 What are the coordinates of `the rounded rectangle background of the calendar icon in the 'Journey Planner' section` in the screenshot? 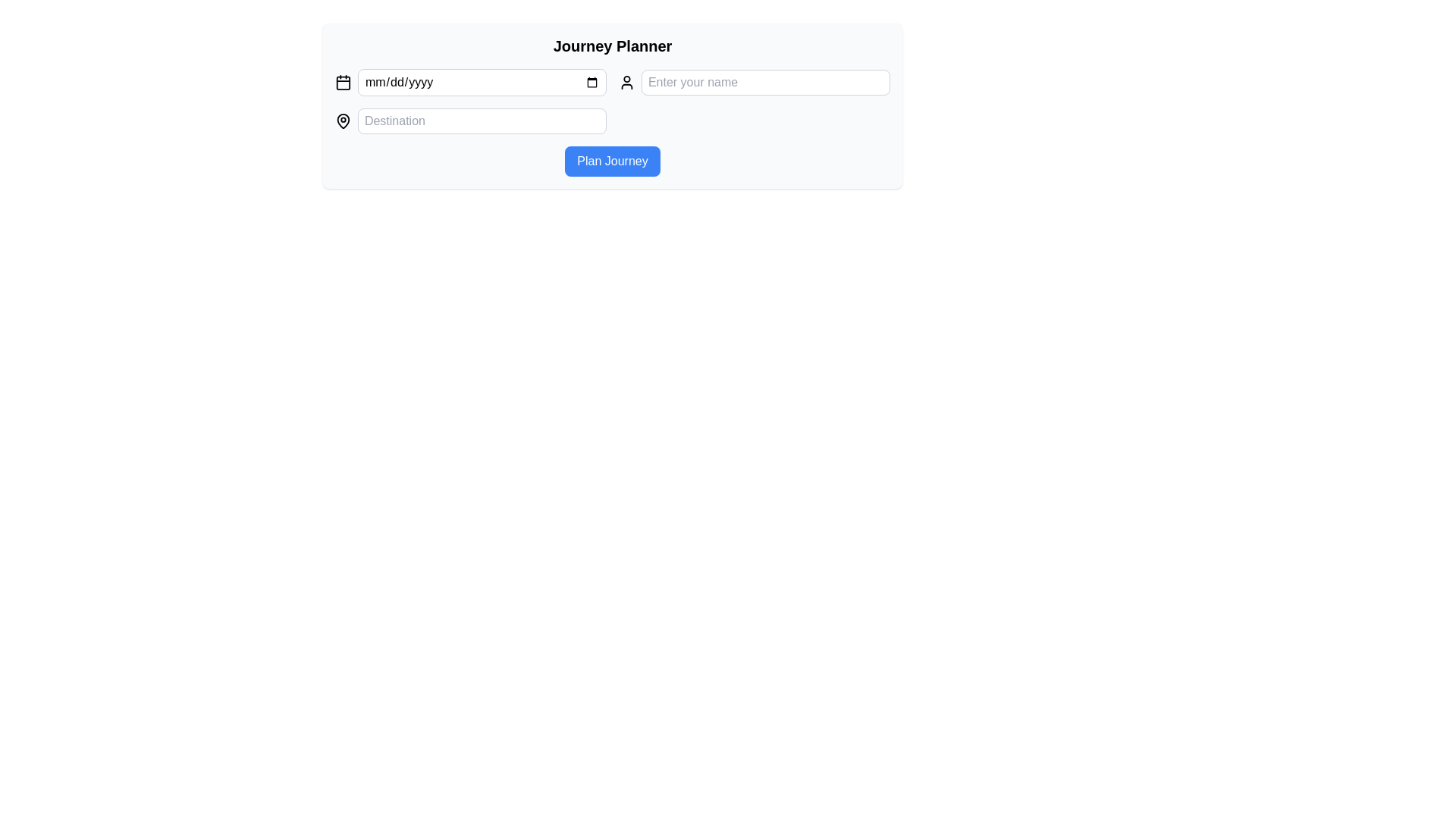 It's located at (342, 83).